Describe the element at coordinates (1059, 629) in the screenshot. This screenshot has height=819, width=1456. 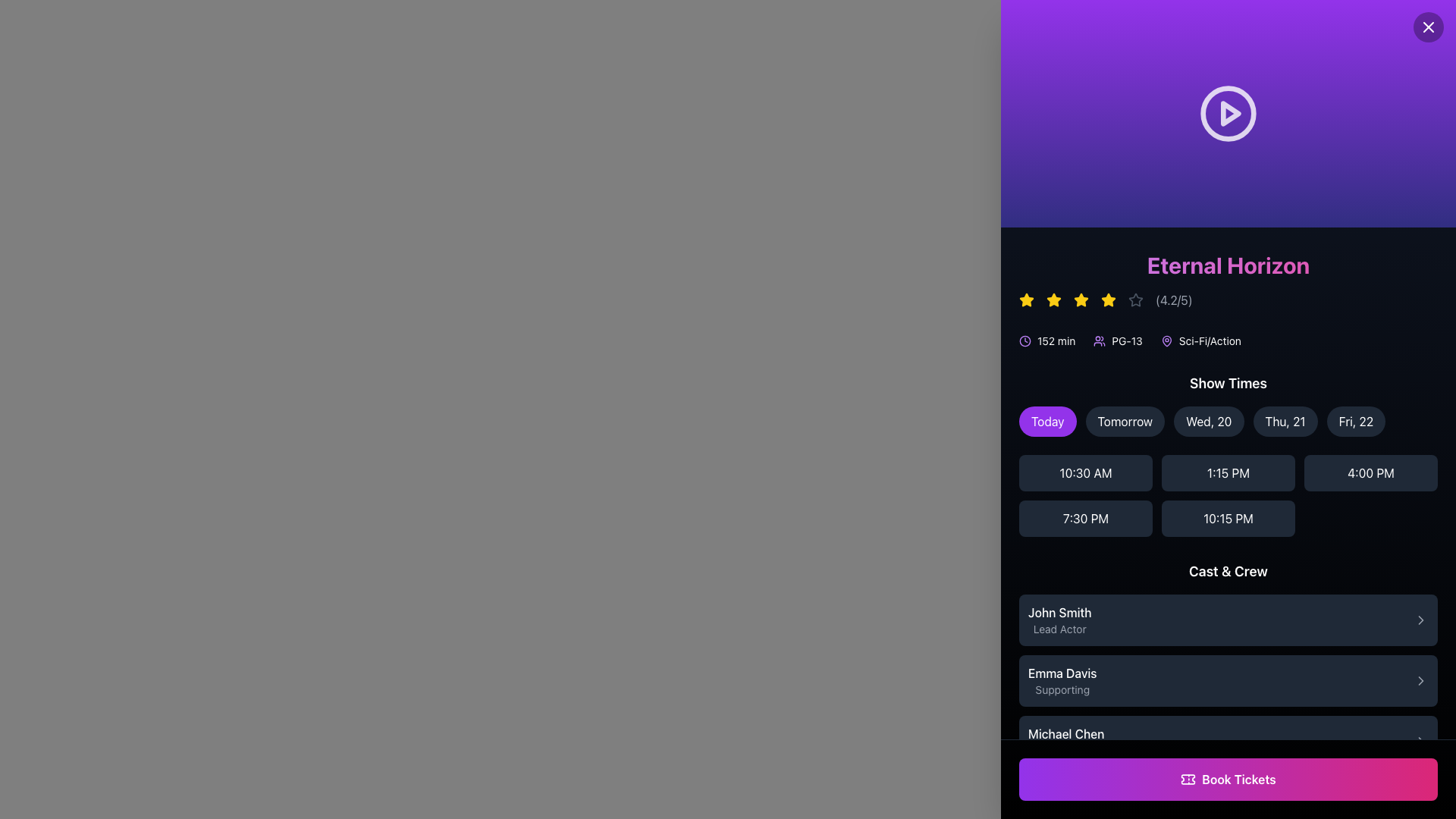
I see `the text label displaying 'Lead Actor' which is styled in a small-sized, gray font and located underneath 'John Smith' in the 'Cast & Crew' section` at that location.